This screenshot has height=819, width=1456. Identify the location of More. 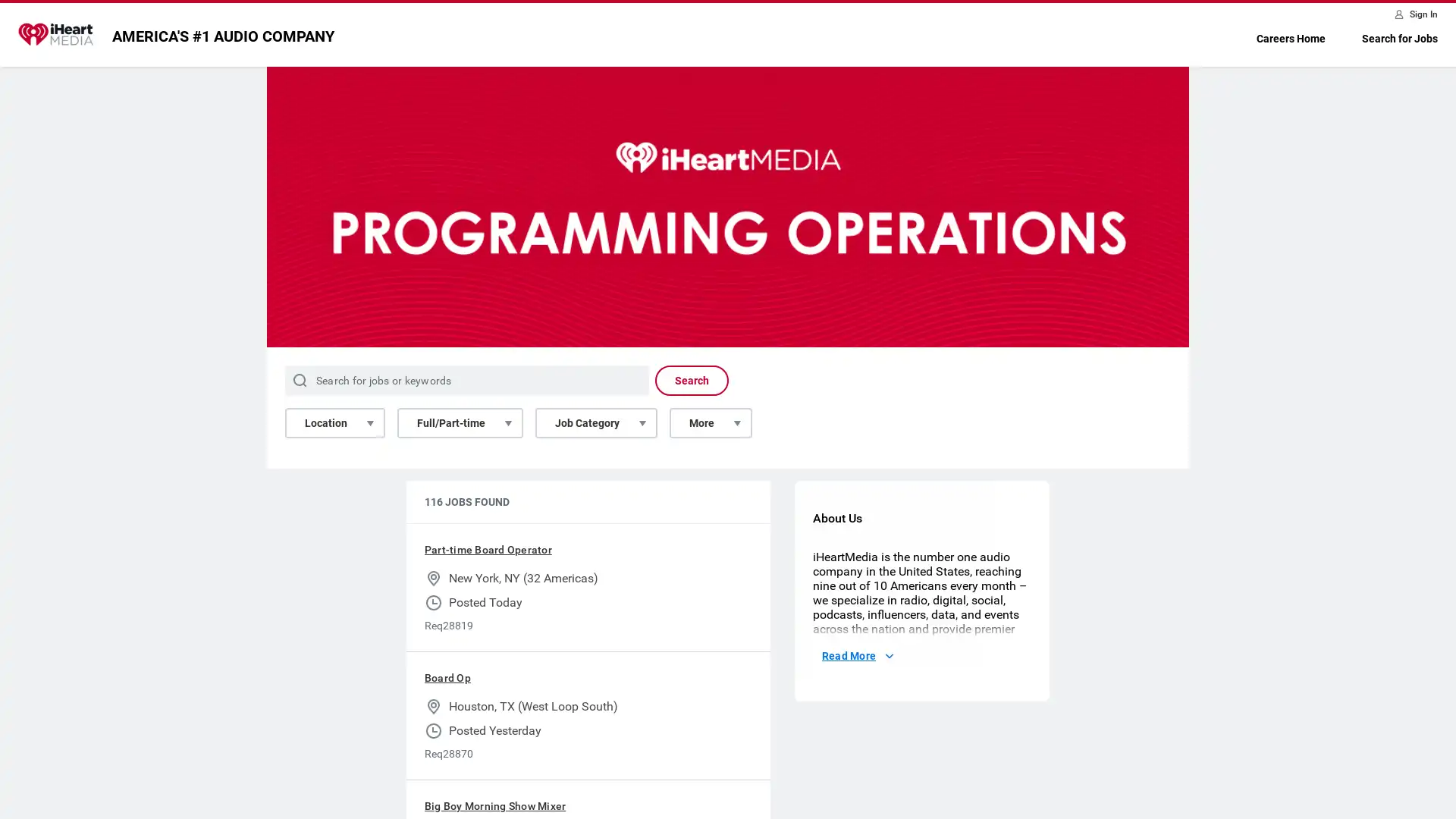
(710, 423).